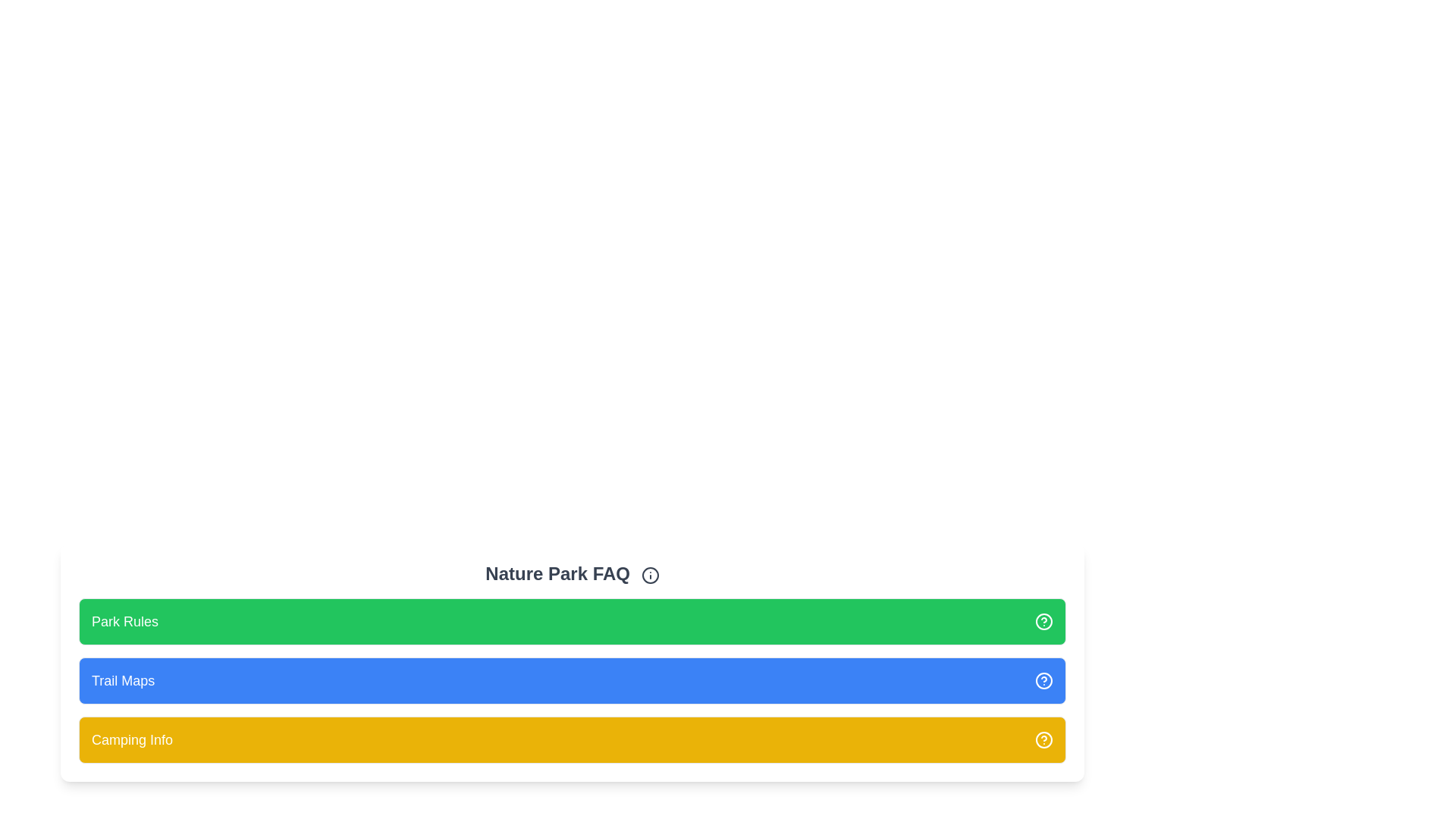 Image resolution: width=1456 pixels, height=819 pixels. Describe the element at coordinates (650, 575) in the screenshot. I see `the circular information icon located to the right of the 'Nature Park FAQ' title text` at that location.